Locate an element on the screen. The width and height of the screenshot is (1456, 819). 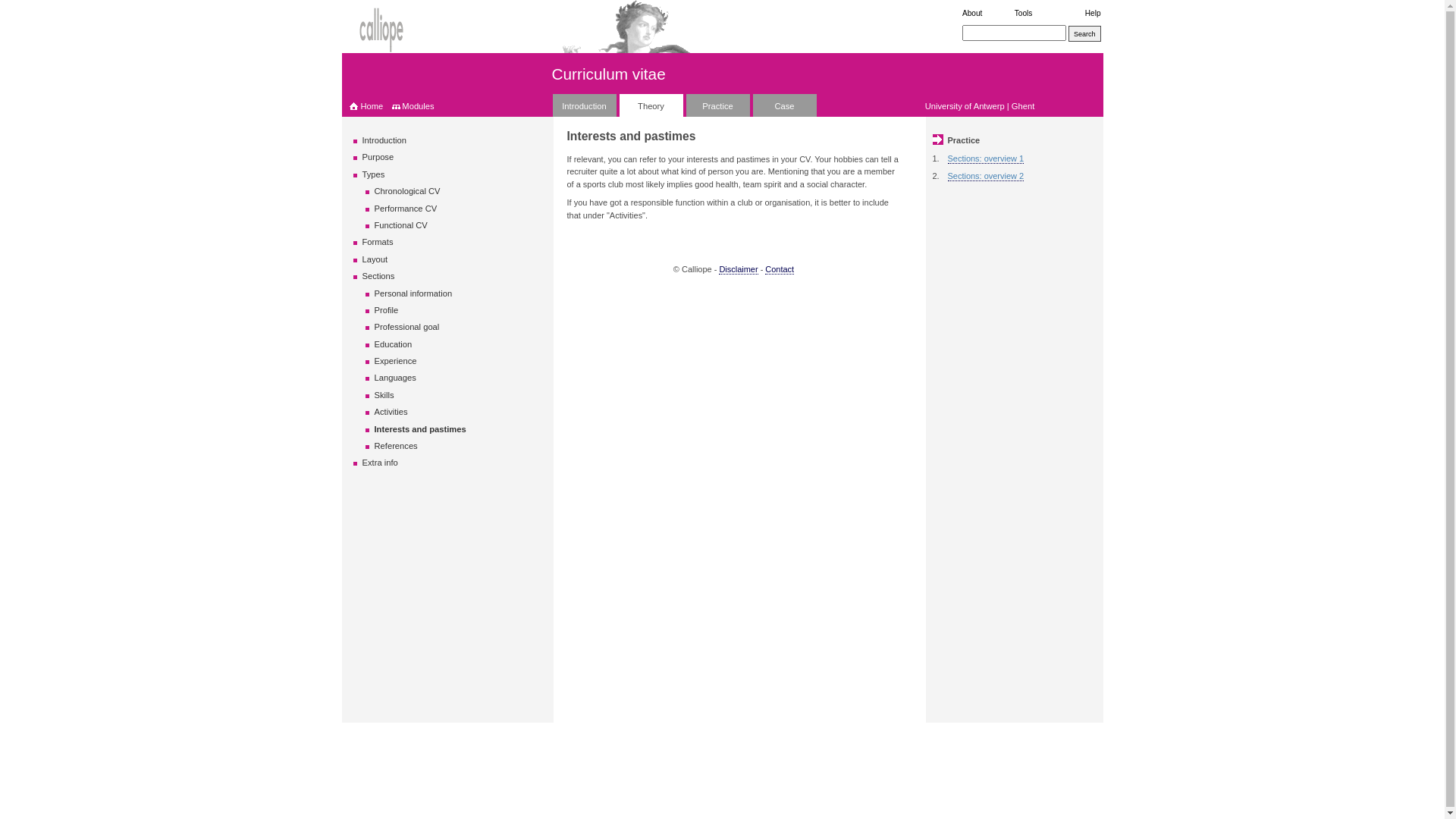
'Performance CV' is located at coordinates (406, 208).